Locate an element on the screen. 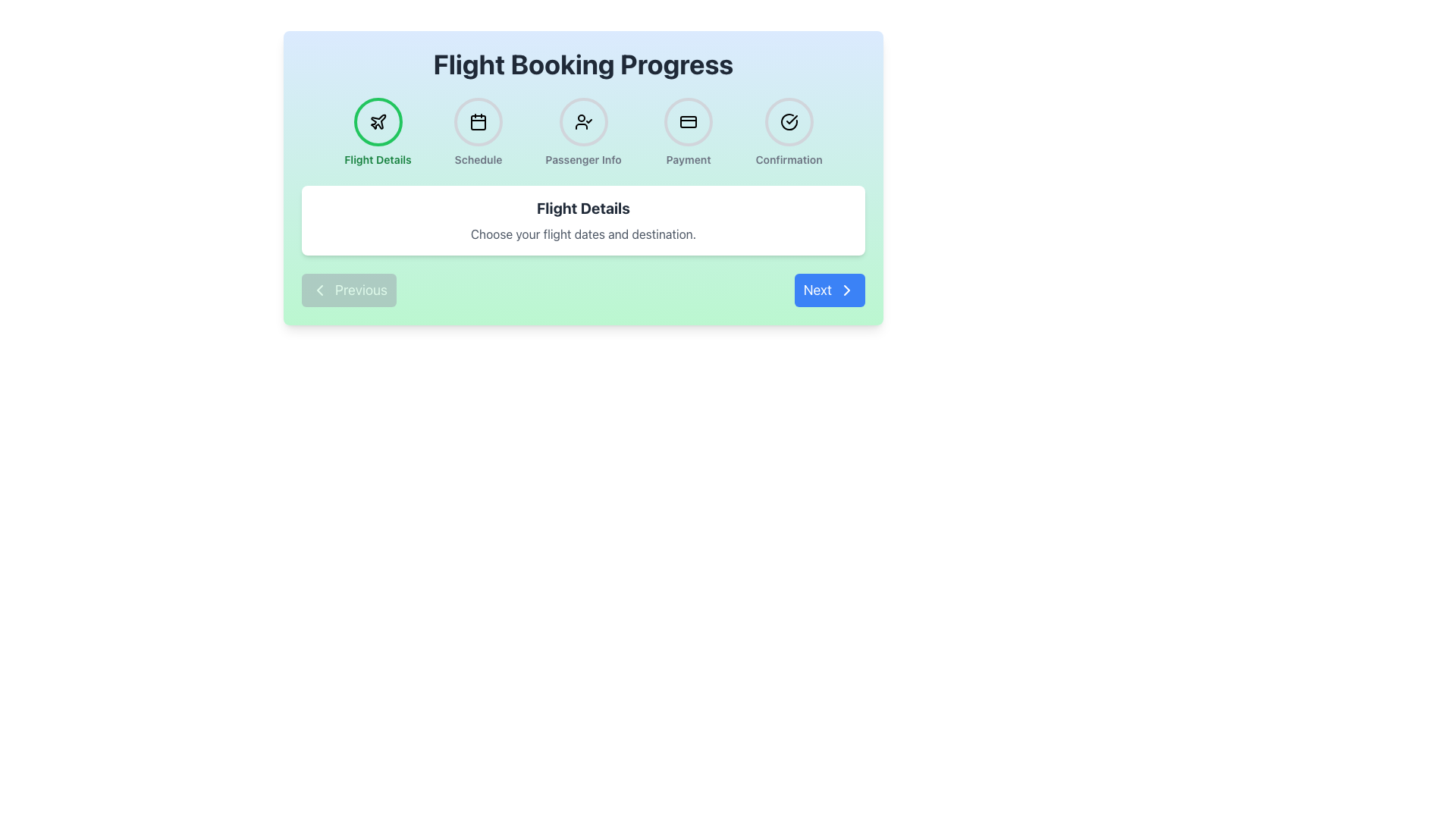 This screenshot has height=819, width=1456. the 'Passenger Info' step in the flight booking progress bar is located at coordinates (582, 131).